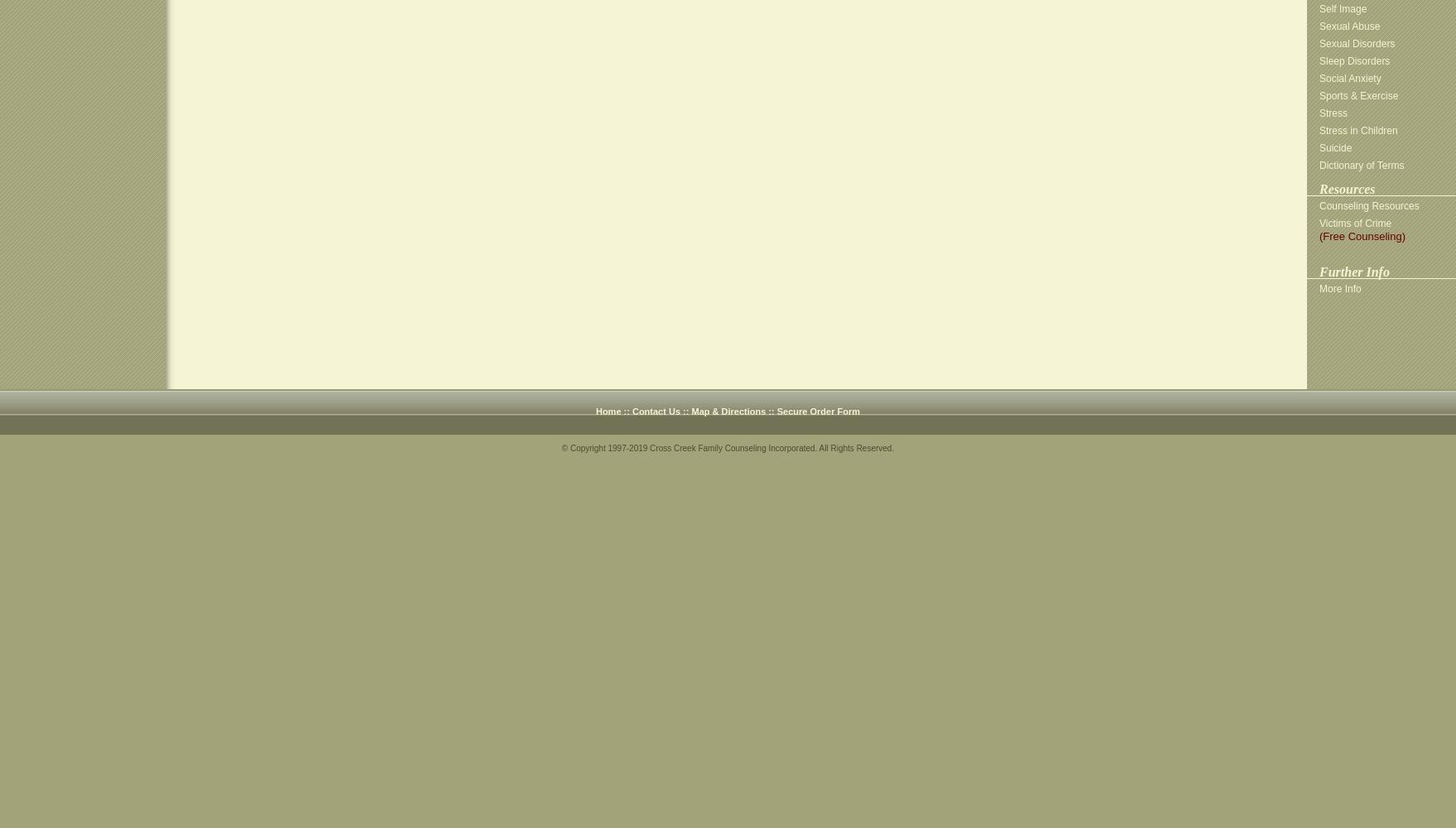 The height and width of the screenshot is (828, 1456). Describe the element at coordinates (1353, 271) in the screenshot. I see `'Further Info'` at that location.